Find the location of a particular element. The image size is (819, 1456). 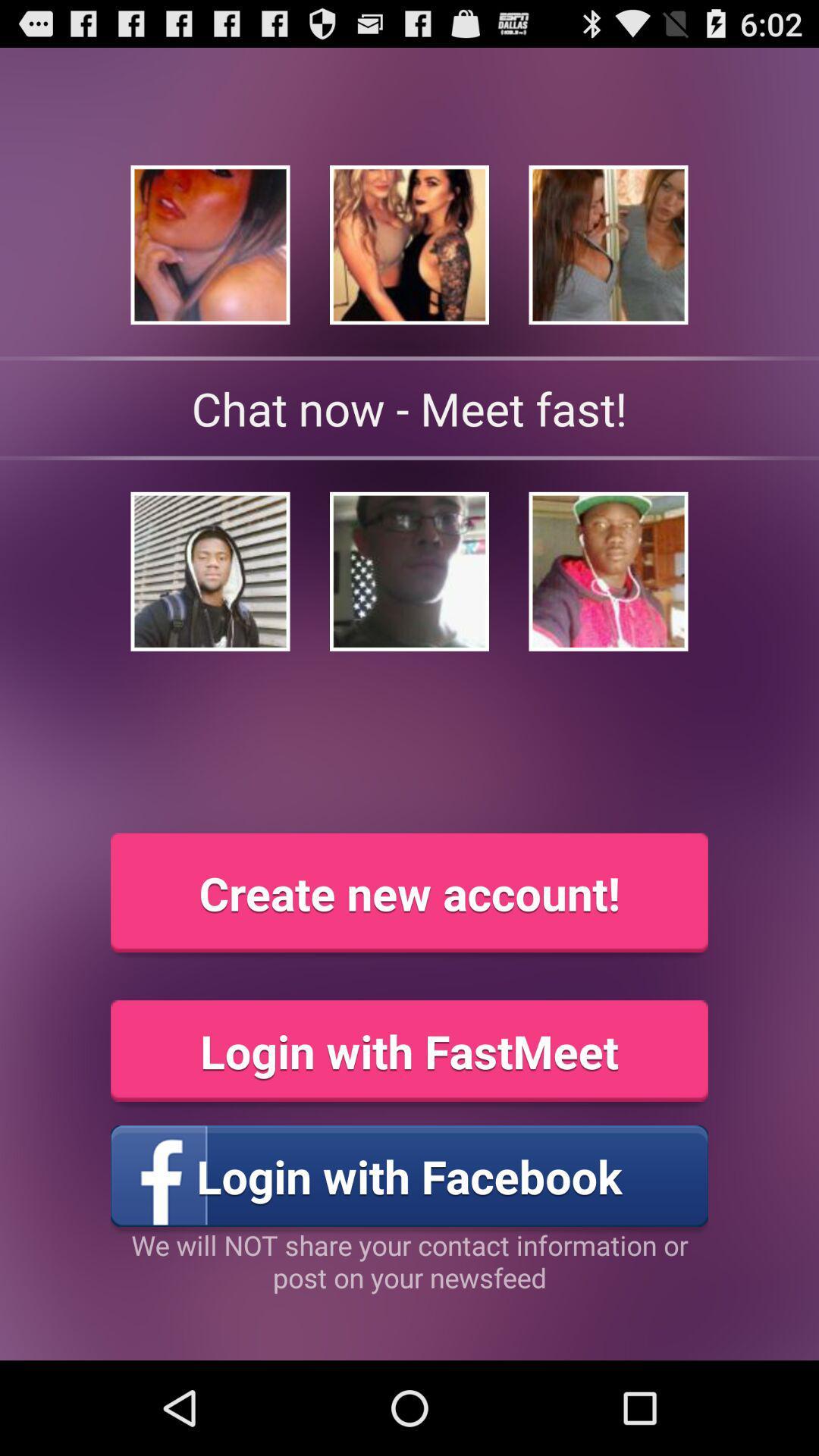

the item above the login with fastmeet icon is located at coordinates (409, 893).